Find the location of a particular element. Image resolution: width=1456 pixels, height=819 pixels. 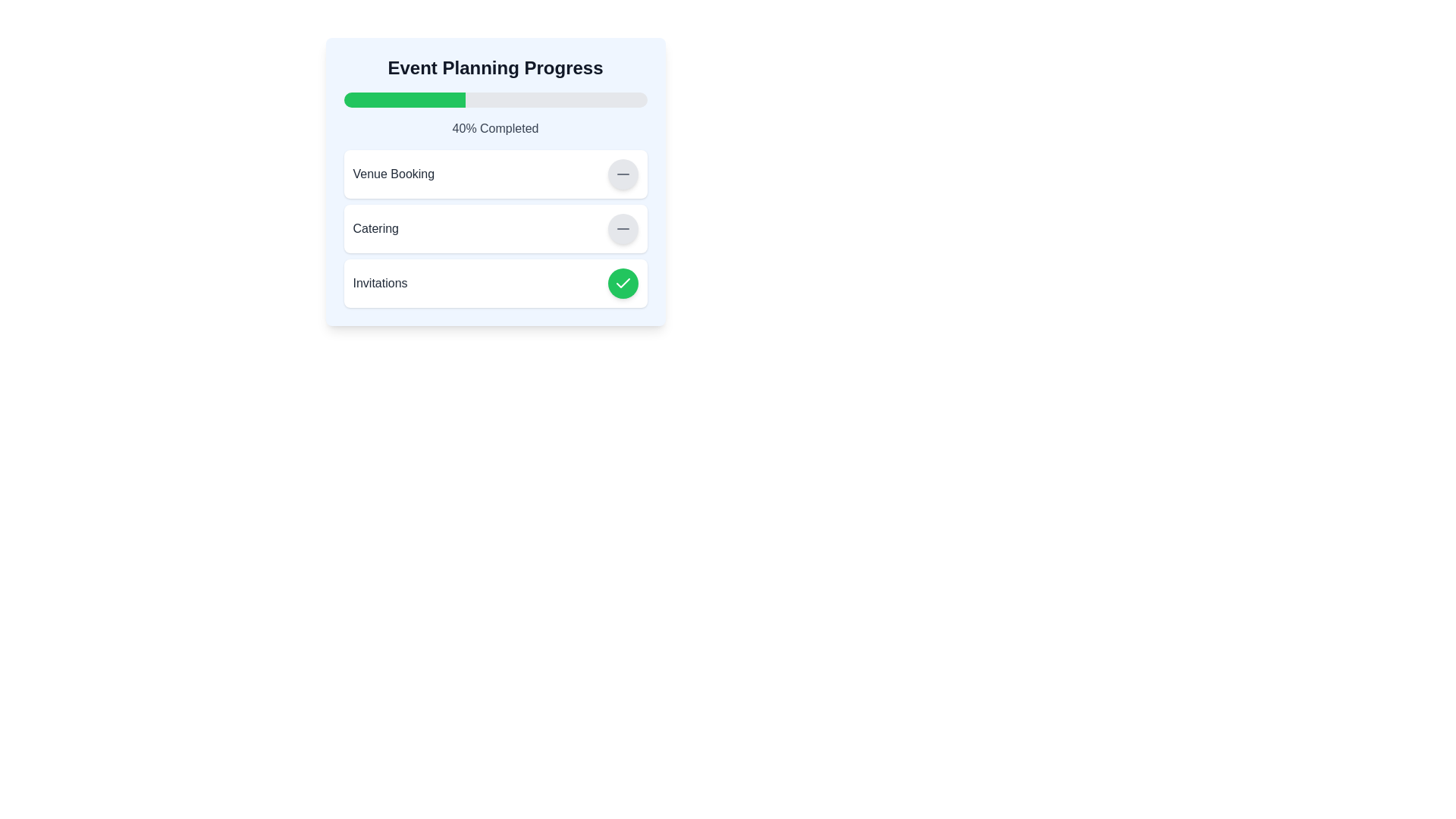

the 'Catering' Display Card, which is the second card in a vertical stack of three, positioned below the 'Venue Booking' card and above the 'Invitations' card is located at coordinates (495, 228).